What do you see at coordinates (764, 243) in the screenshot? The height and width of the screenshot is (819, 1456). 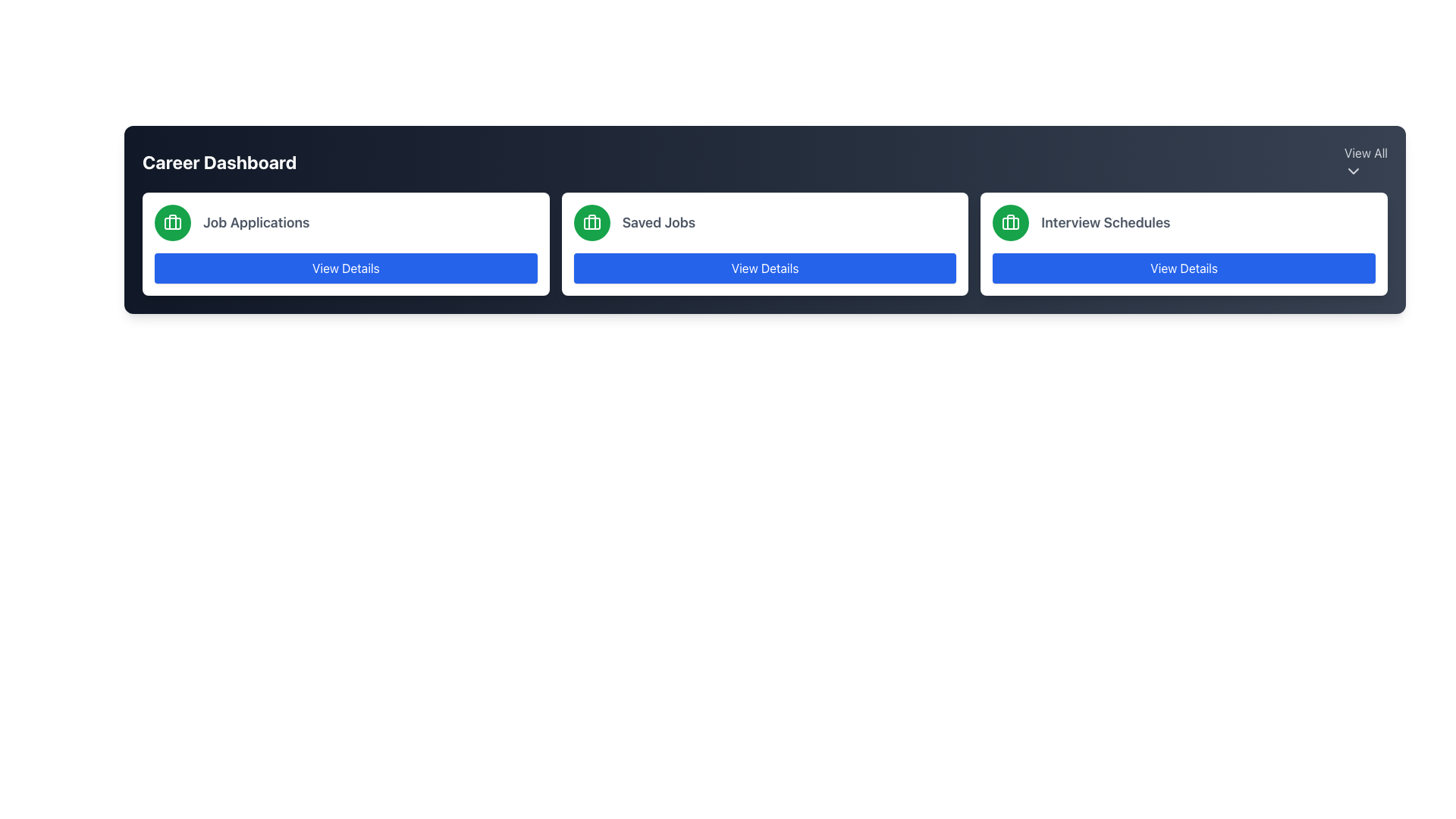 I see `the 'View Details' button within the 'Saved Jobs' section of the Career Dashboard` at bounding box center [764, 243].